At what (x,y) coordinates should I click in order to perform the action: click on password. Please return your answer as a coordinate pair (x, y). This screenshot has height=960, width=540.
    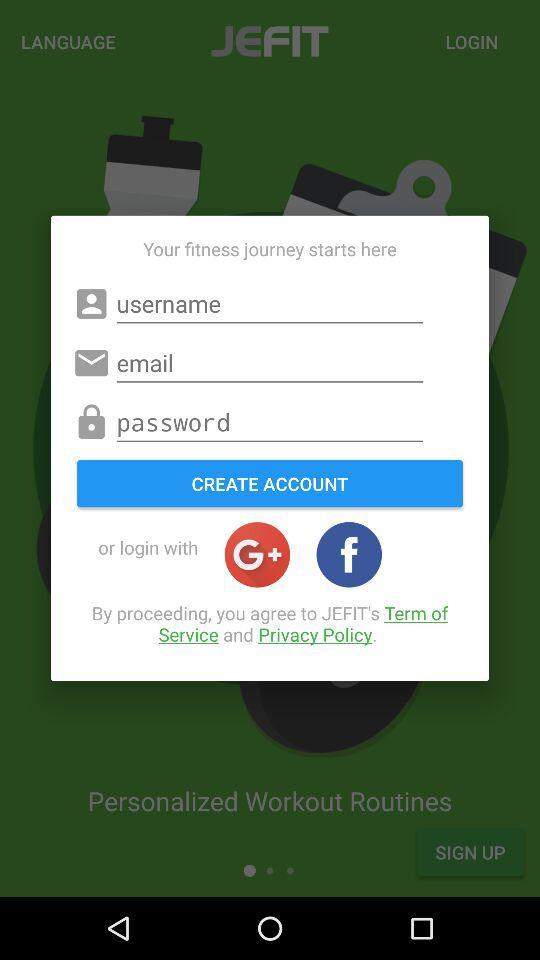
    Looking at the image, I should click on (270, 422).